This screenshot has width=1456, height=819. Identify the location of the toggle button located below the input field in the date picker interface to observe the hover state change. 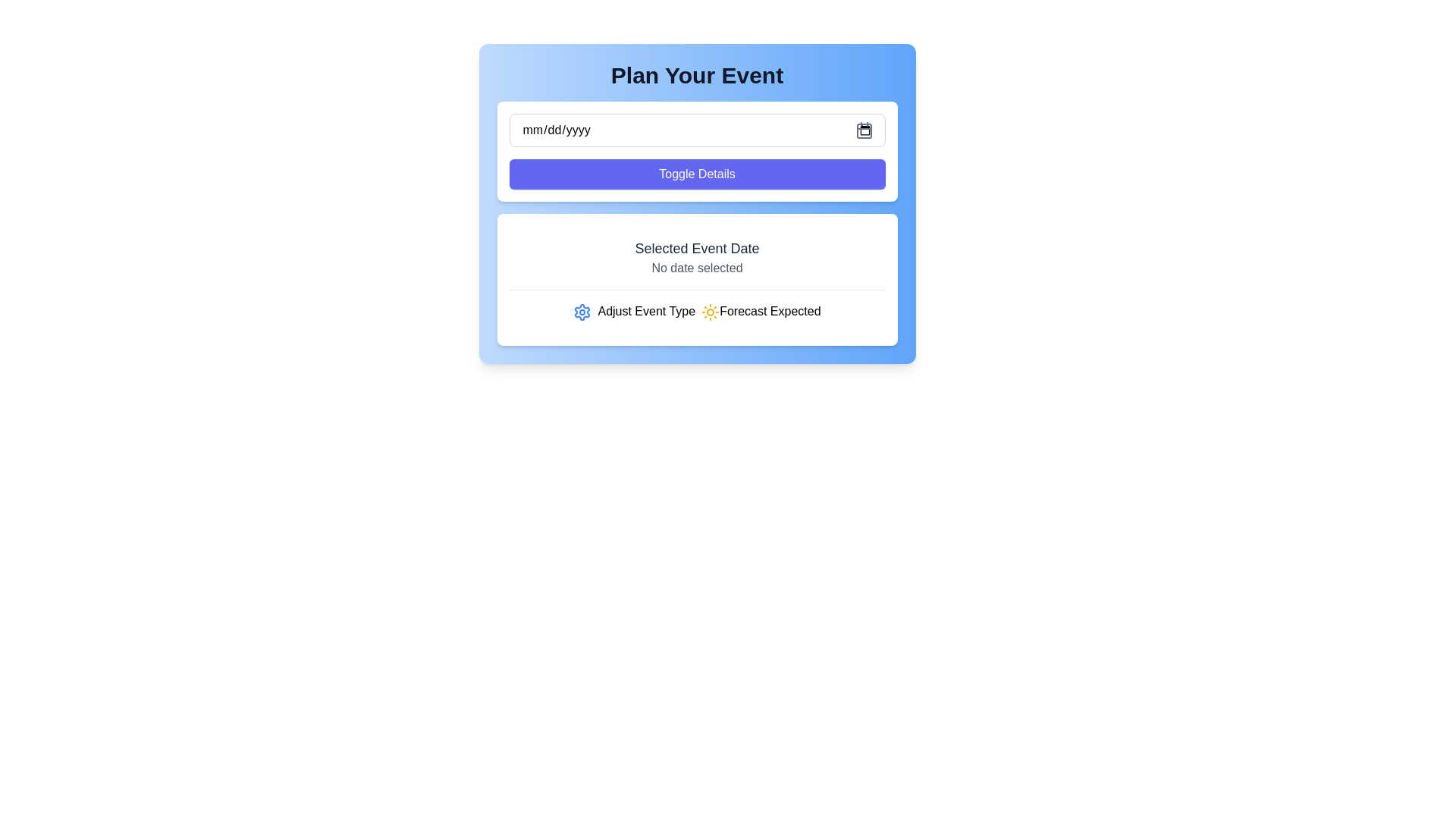
(696, 174).